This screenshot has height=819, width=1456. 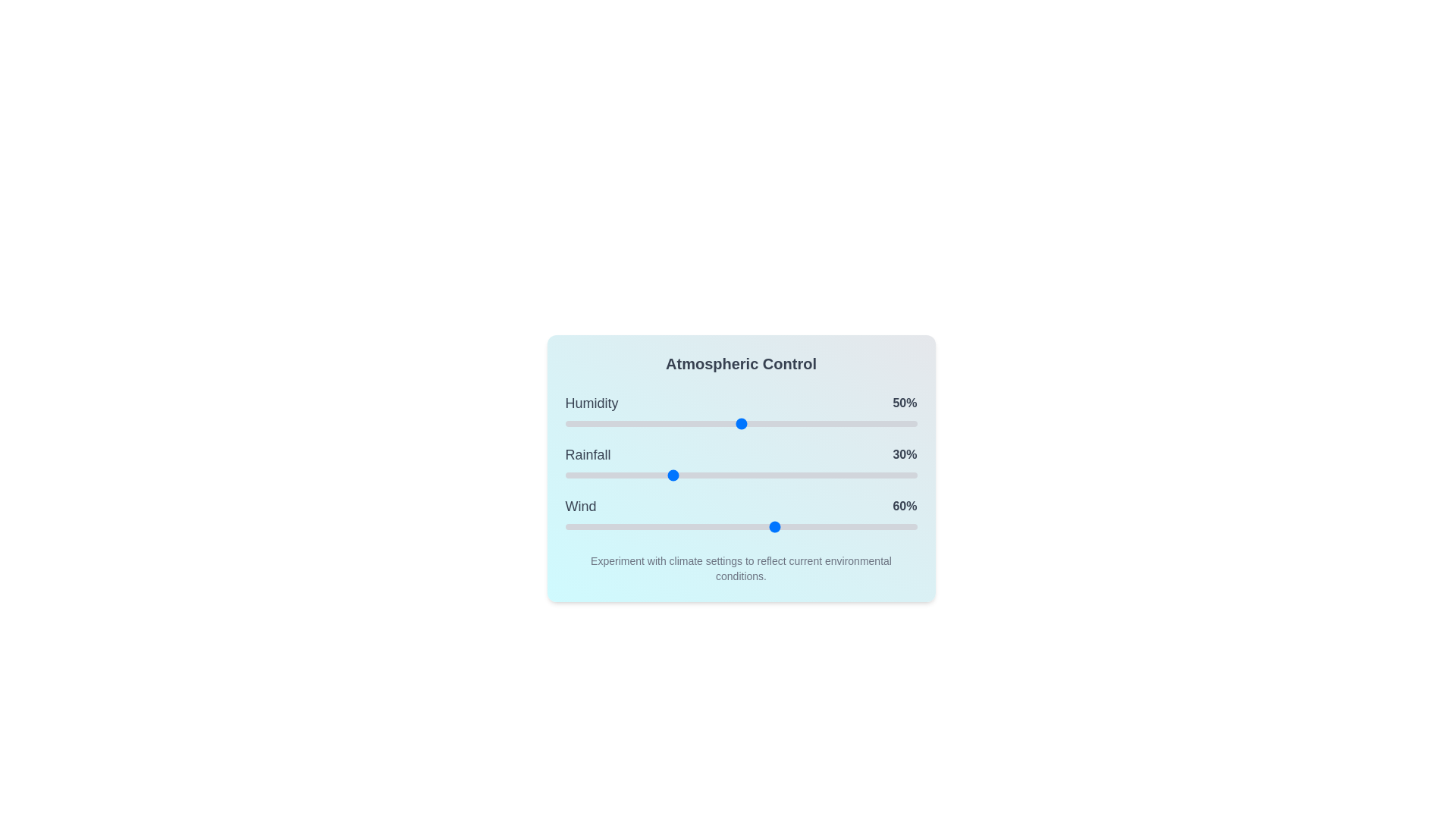 What do you see at coordinates (629, 475) in the screenshot?
I see `the 1 slider to 18%` at bounding box center [629, 475].